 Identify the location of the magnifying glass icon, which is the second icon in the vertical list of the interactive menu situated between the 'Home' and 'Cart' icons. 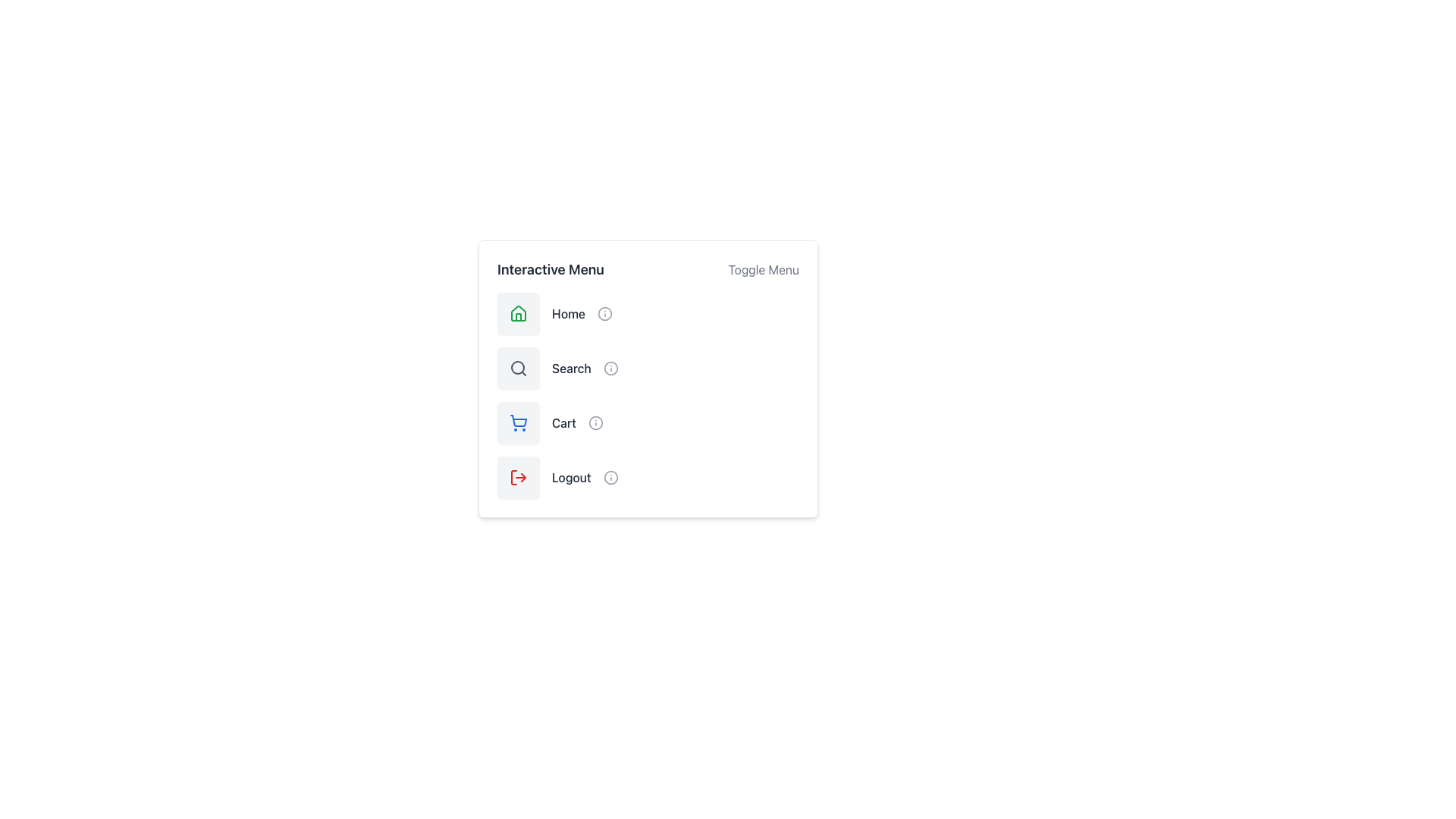
(519, 369).